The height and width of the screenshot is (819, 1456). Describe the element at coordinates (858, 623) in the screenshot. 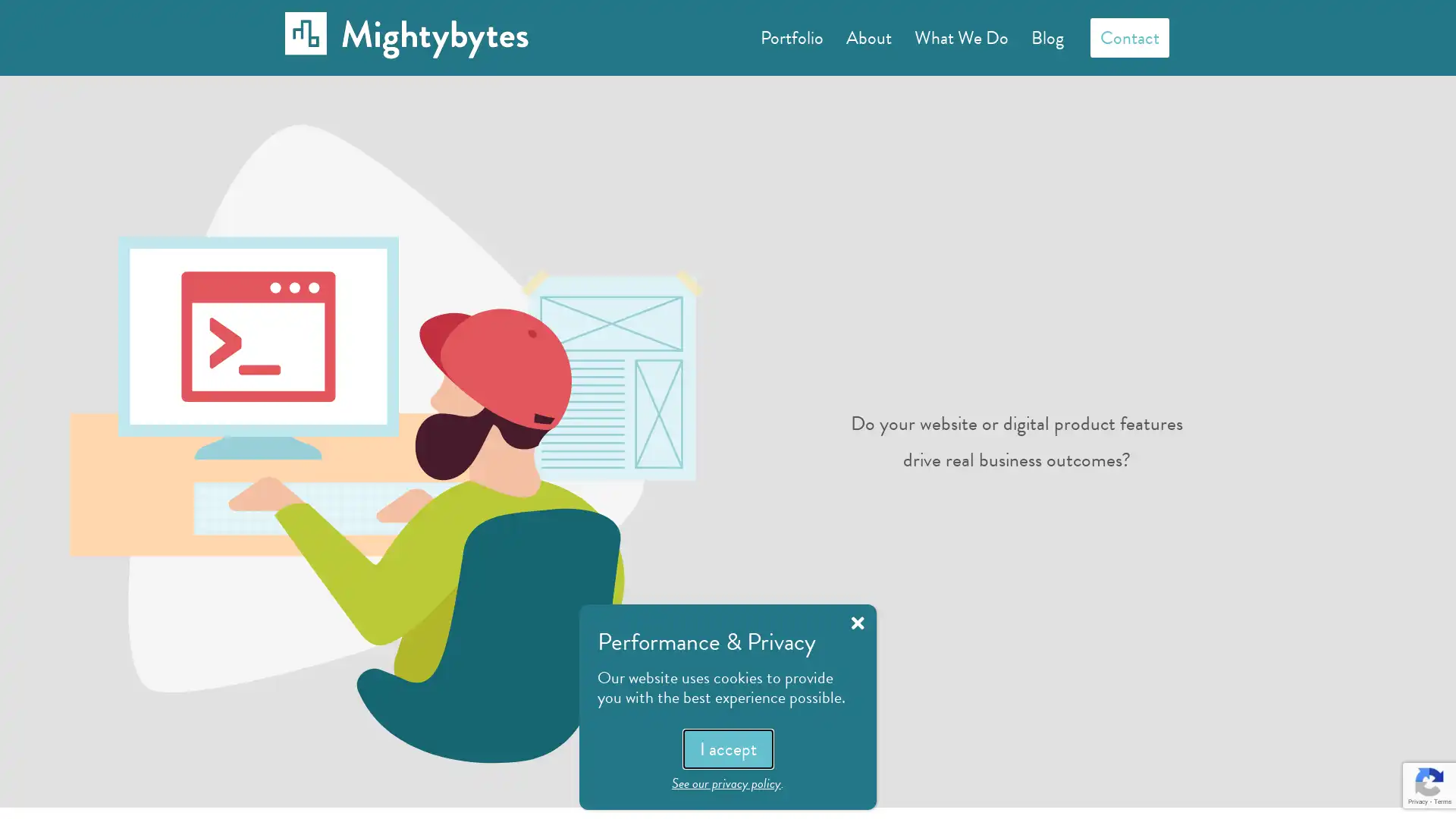

I see `Close` at that location.